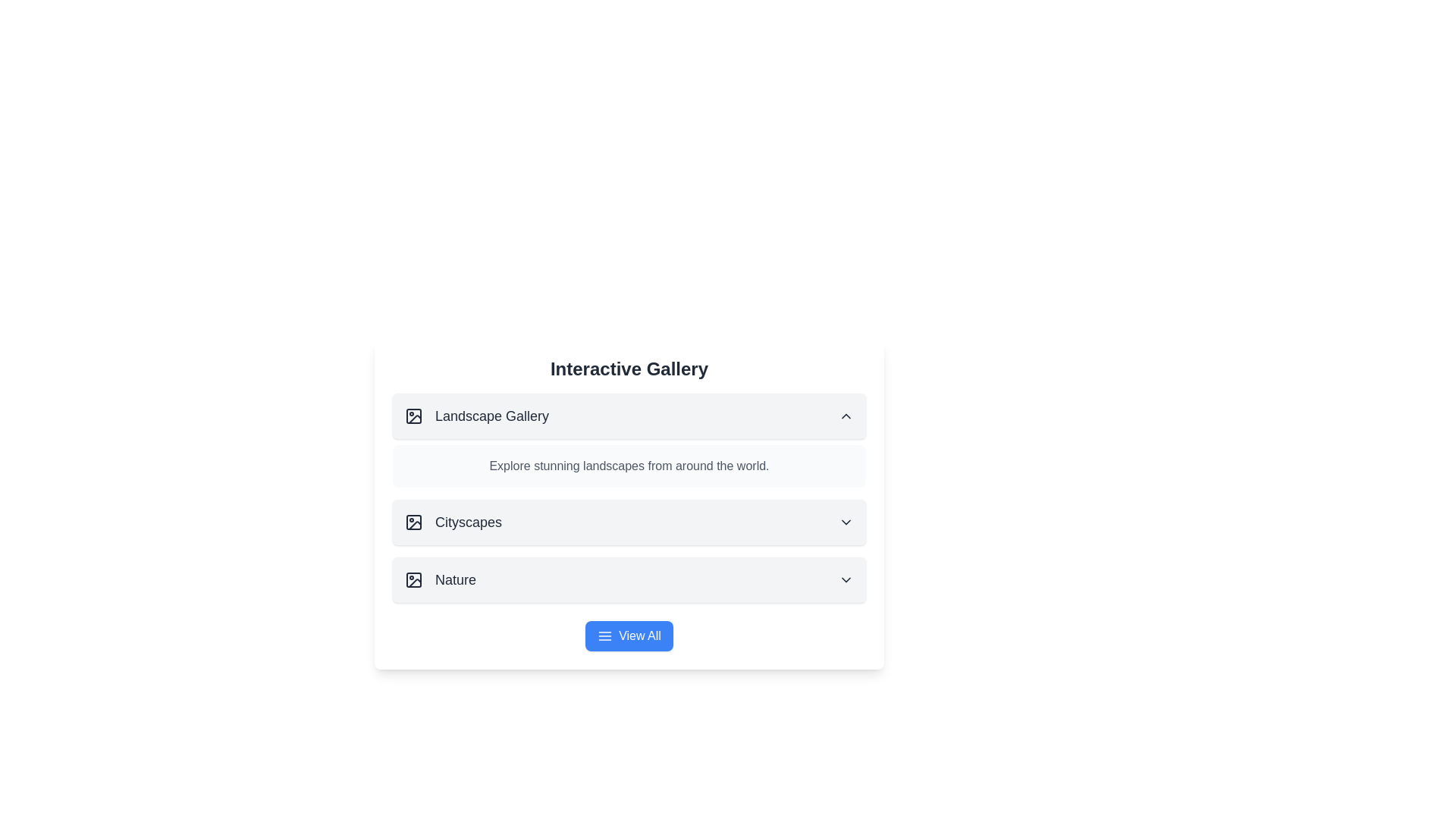 The image size is (1456, 819). What do you see at coordinates (415, 419) in the screenshot?
I see `the zigzag line graphical element representing a mountain or slope, which is part of an image icon located to the left of the 'Landscape Gallery' text` at bounding box center [415, 419].